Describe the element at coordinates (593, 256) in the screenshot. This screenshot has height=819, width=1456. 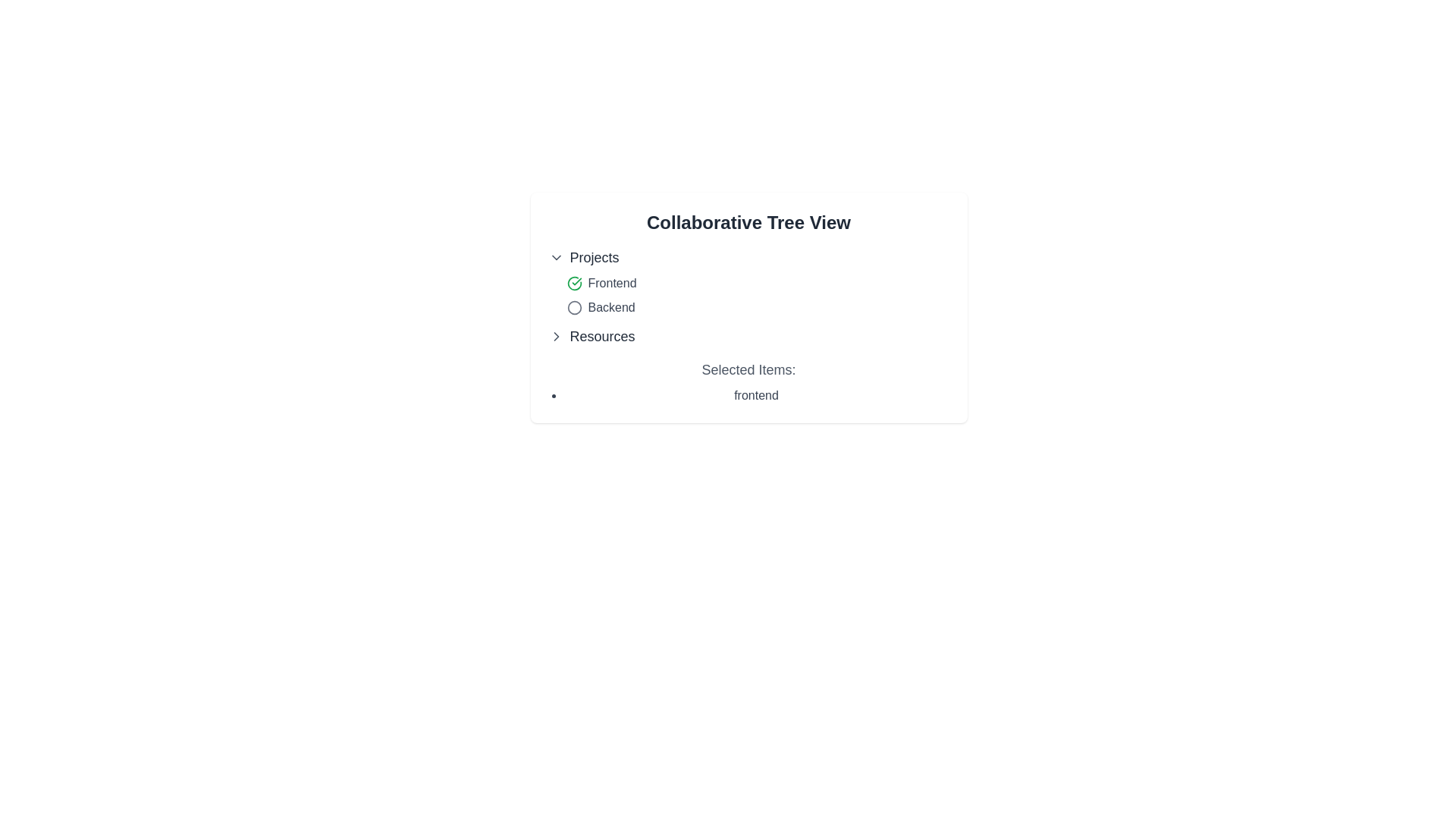
I see `the 'Projects' text label, which is styled in bold gray font and positioned next to a downward-pointing chevron icon within a collapsible menu` at that location.